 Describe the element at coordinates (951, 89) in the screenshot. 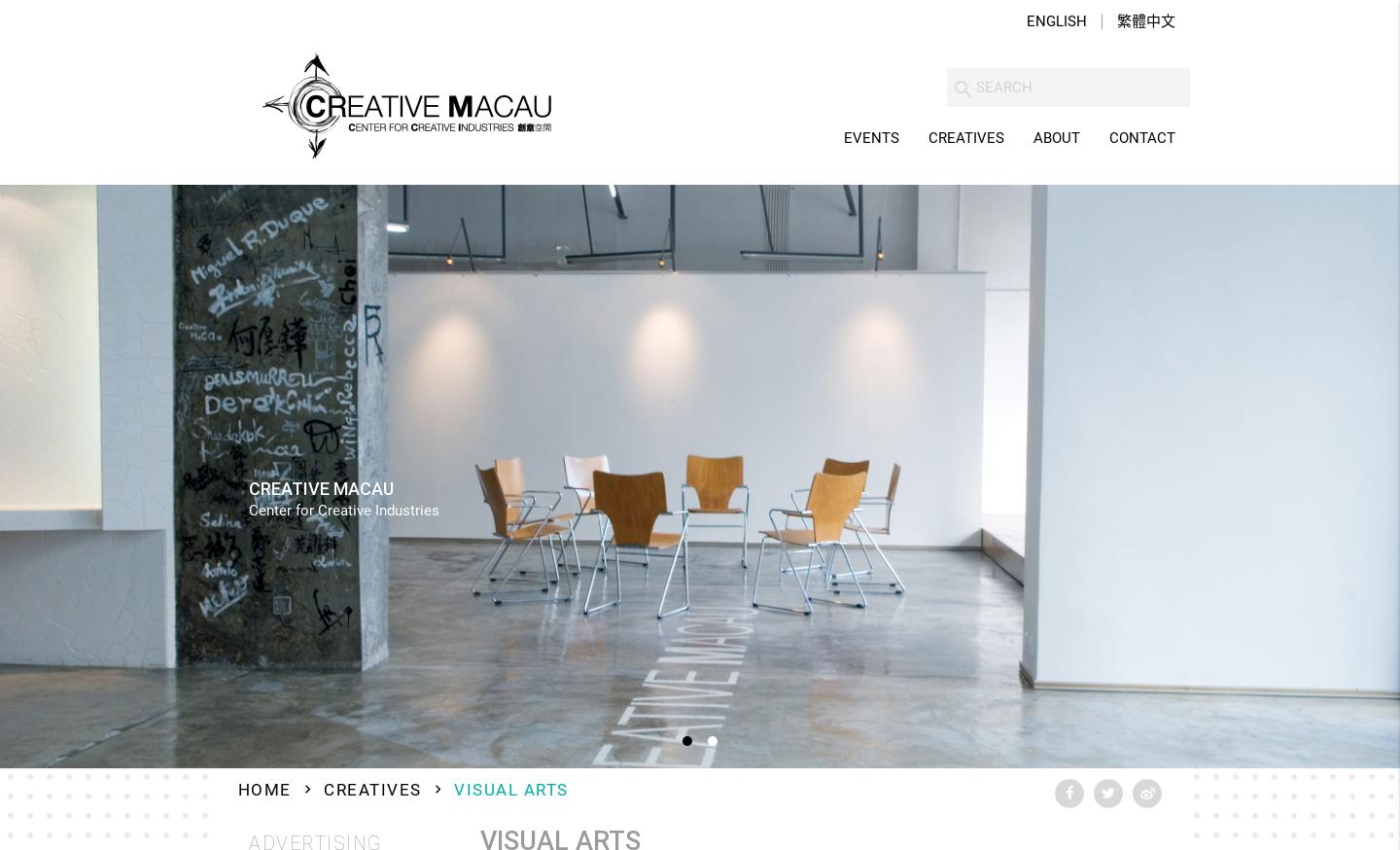

I see `'search'` at that location.